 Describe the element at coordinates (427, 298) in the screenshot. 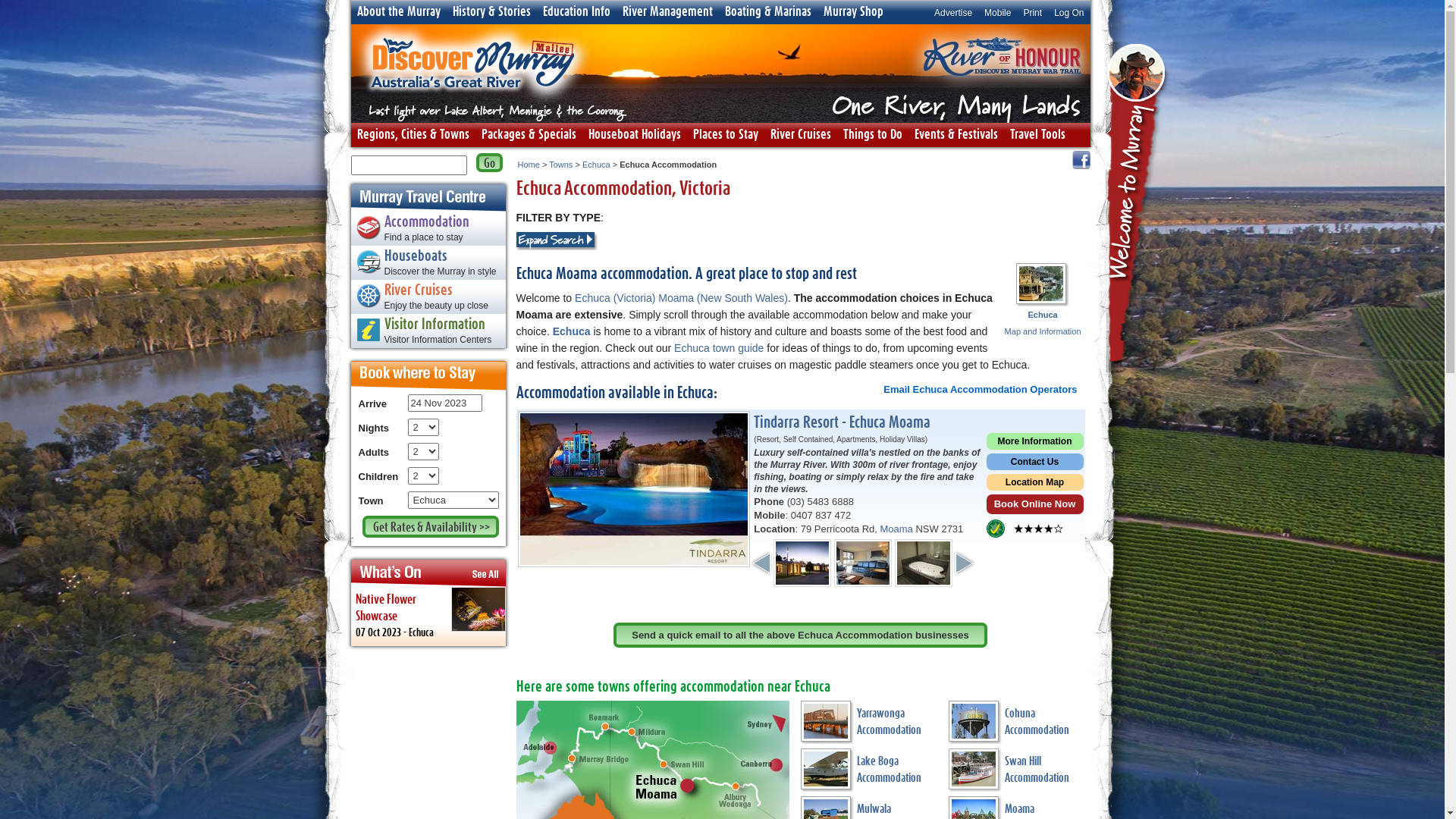

I see `'River Cruises` at that location.